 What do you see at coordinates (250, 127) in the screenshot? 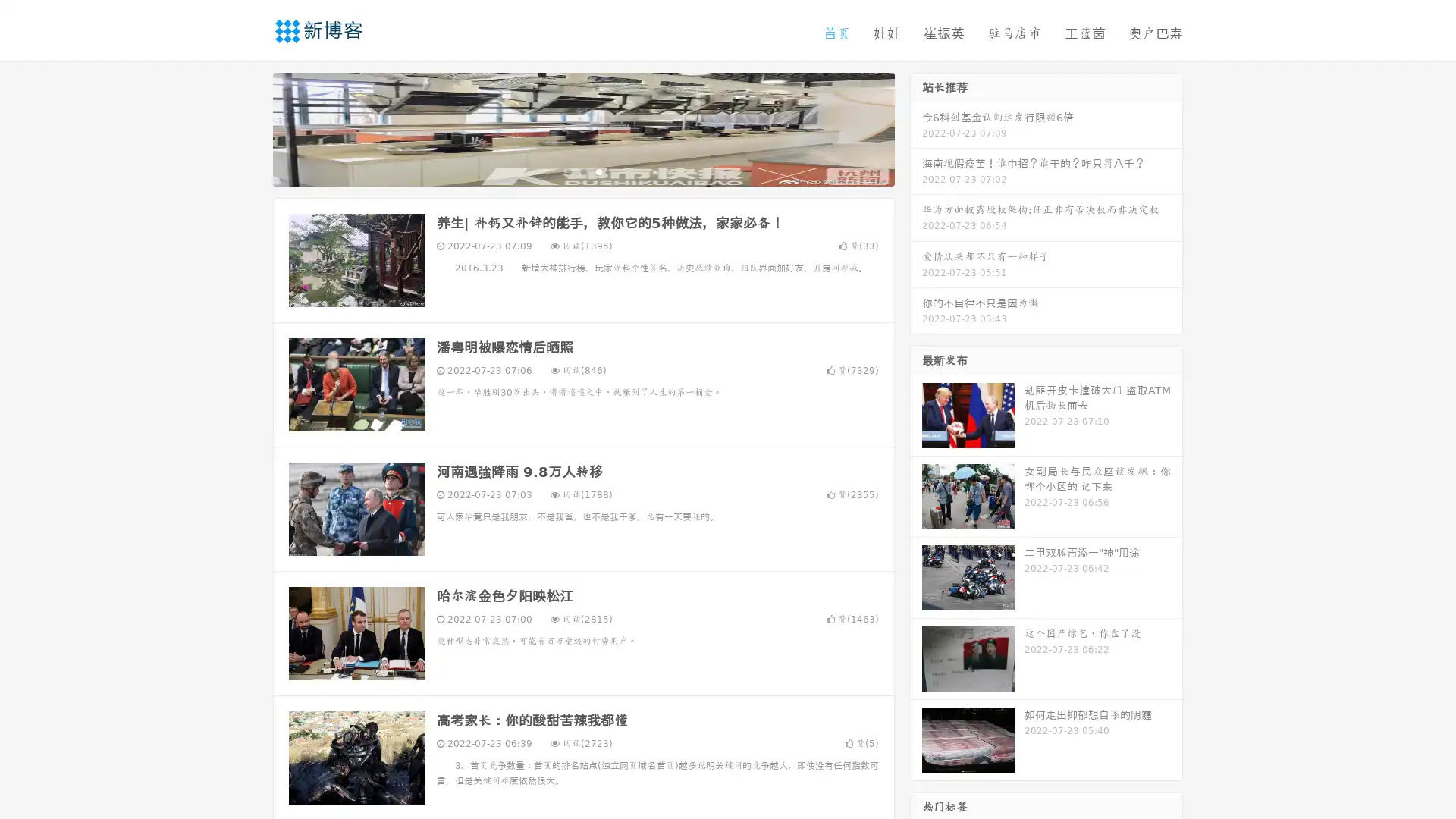
I see `Previous slide` at bounding box center [250, 127].